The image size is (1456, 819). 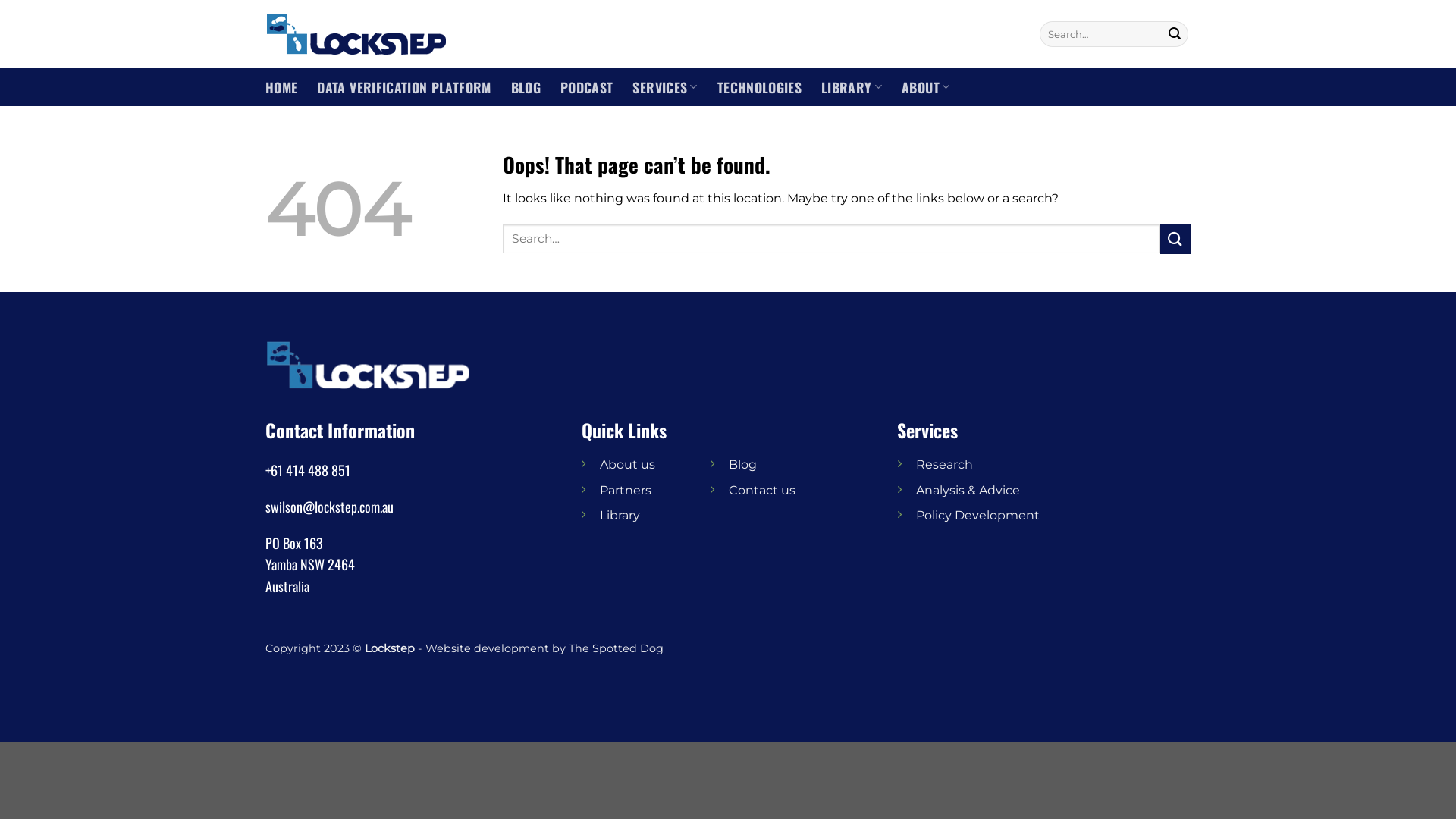 I want to click on 'BLOG', so click(x=526, y=87).